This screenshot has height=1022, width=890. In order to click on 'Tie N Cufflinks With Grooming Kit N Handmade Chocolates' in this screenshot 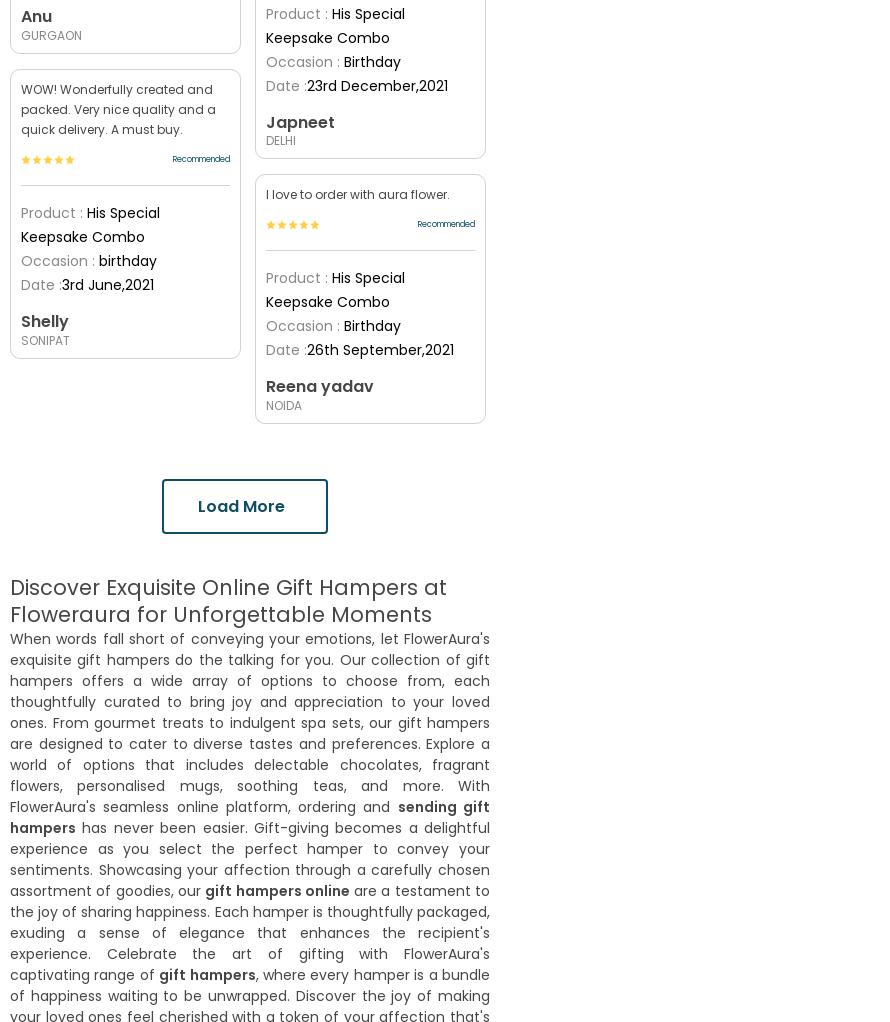, I will do `click(364, 786)`.